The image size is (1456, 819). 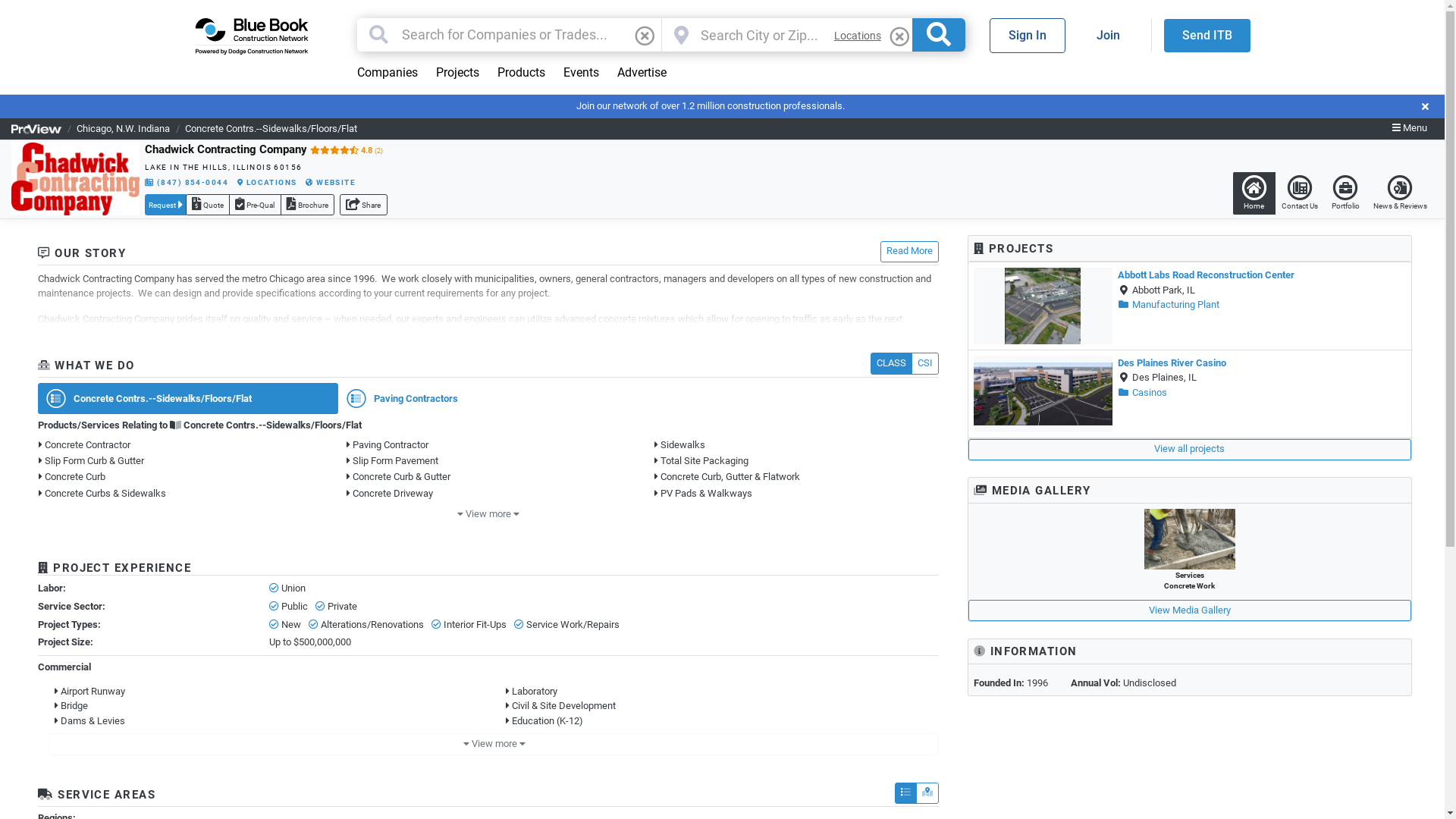 I want to click on 'Join', so click(x=1076, y=34).